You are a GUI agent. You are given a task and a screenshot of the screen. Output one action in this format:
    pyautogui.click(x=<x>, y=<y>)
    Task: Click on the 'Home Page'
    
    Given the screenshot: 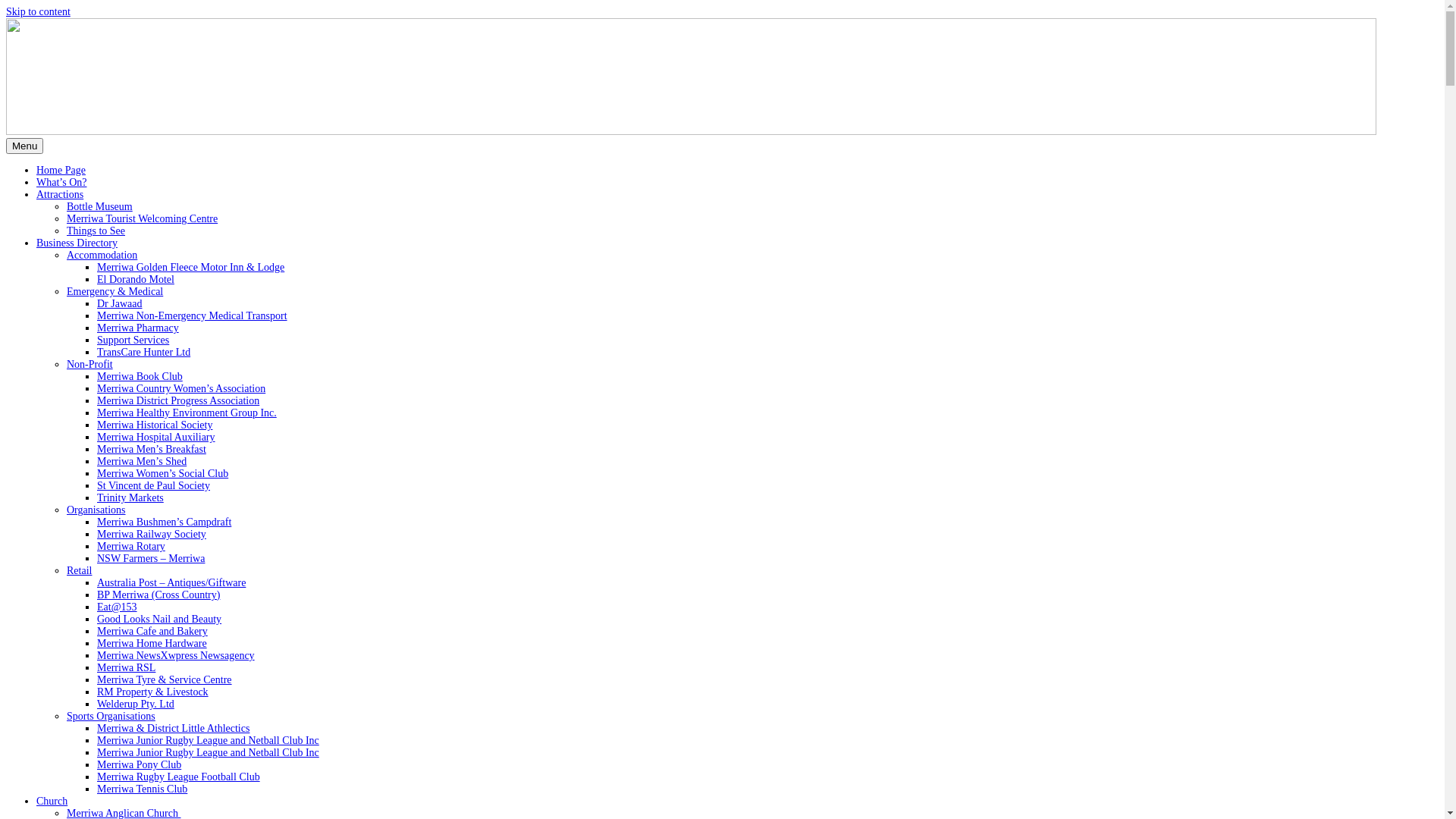 What is the action you would take?
    pyautogui.click(x=61, y=170)
    